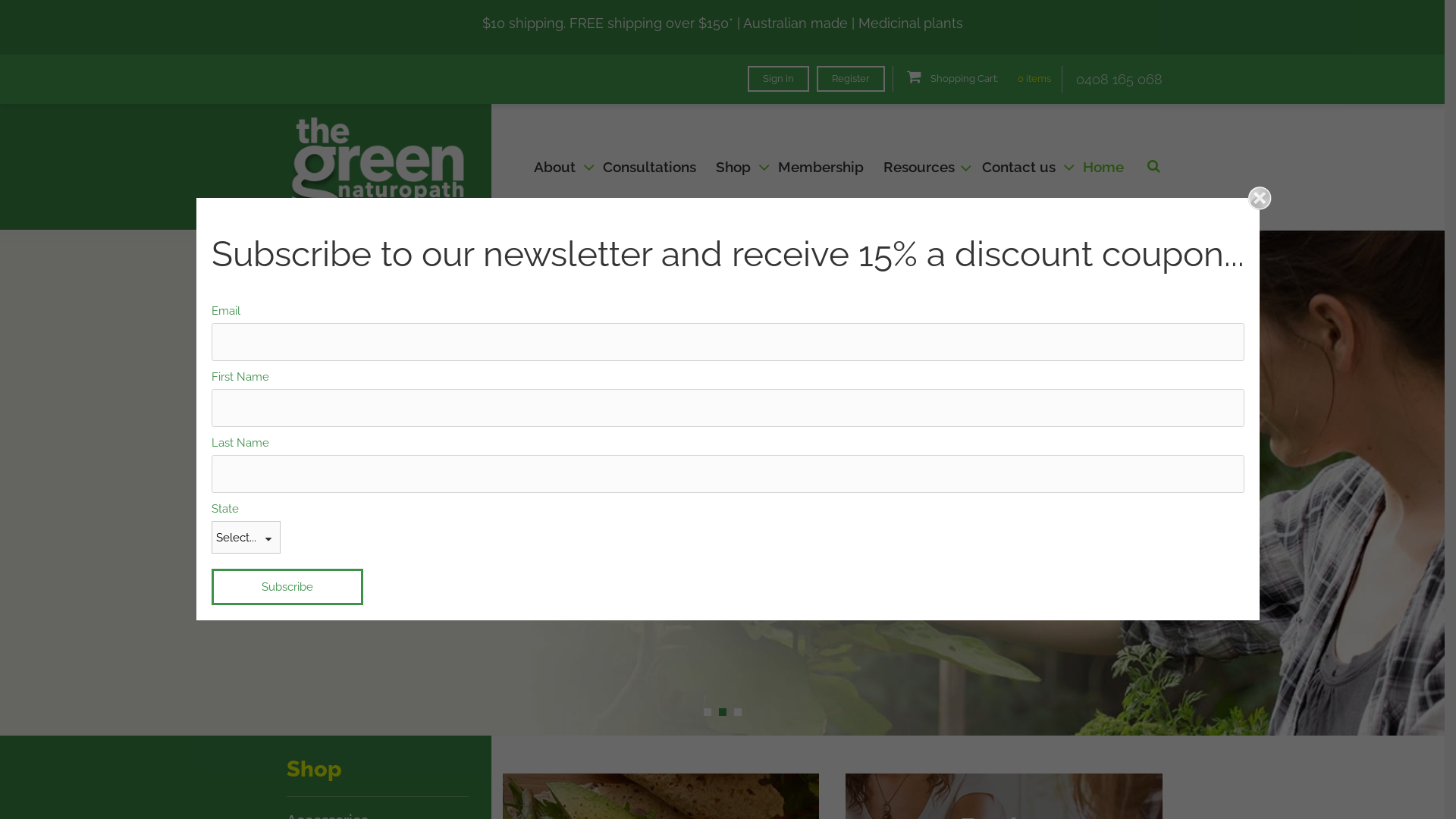 This screenshot has height=819, width=1456. I want to click on '0408 165 068', so click(1119, 78).